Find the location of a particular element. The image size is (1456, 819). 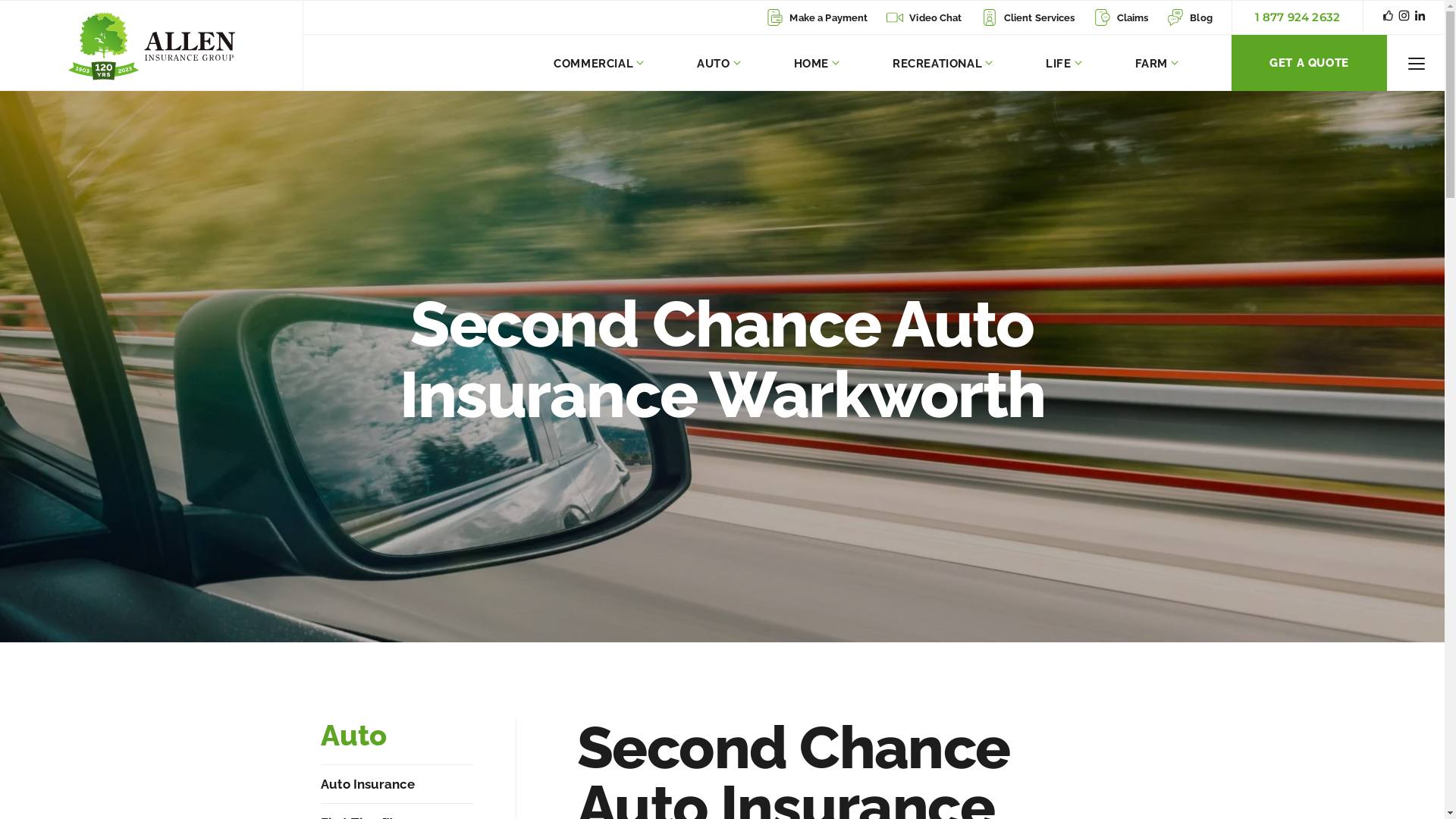

'Auto Insurance' is located at coordinates (319, 783).